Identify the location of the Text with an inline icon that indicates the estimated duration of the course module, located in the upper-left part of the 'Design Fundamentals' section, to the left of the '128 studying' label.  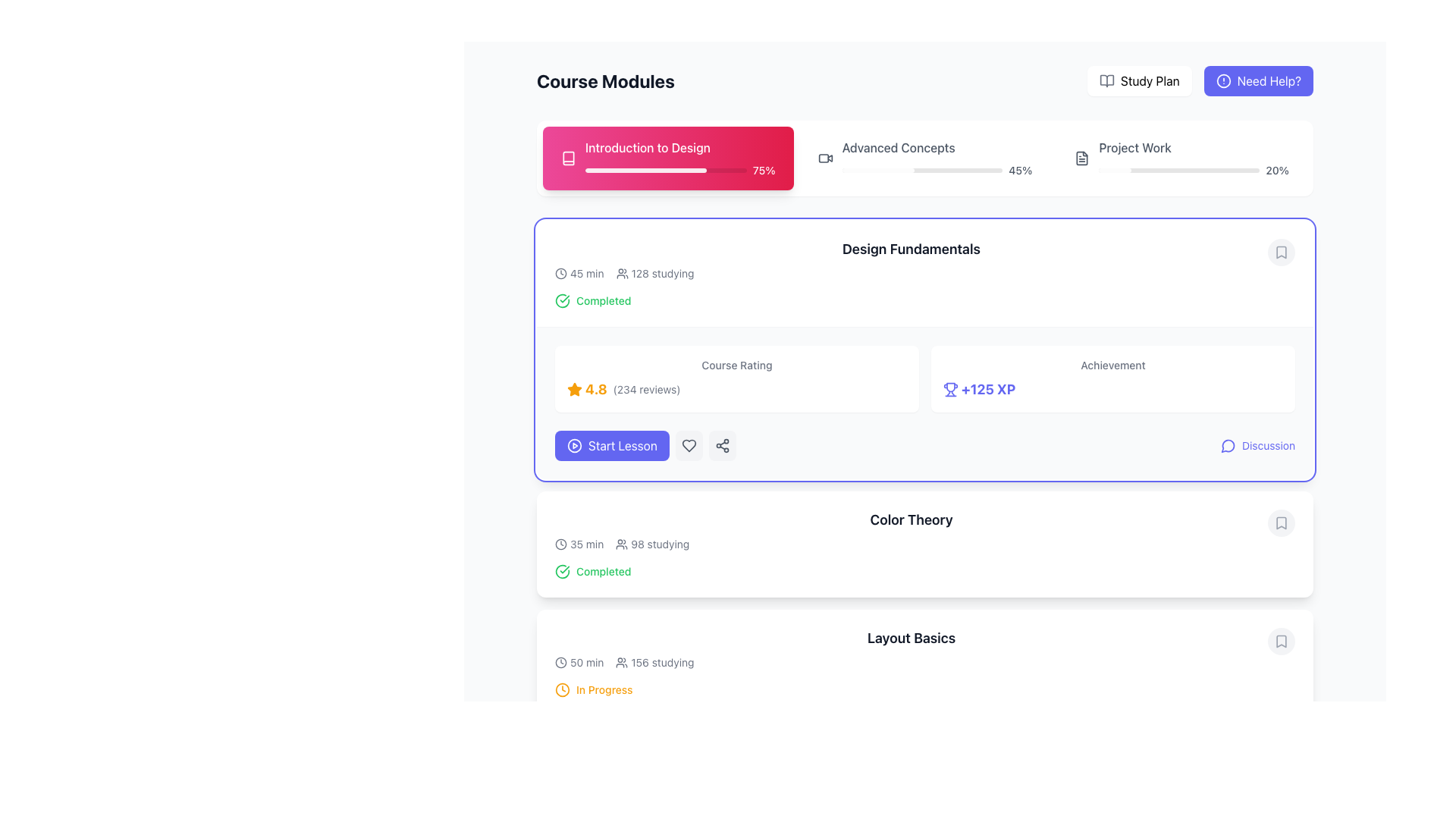
(579, 274).